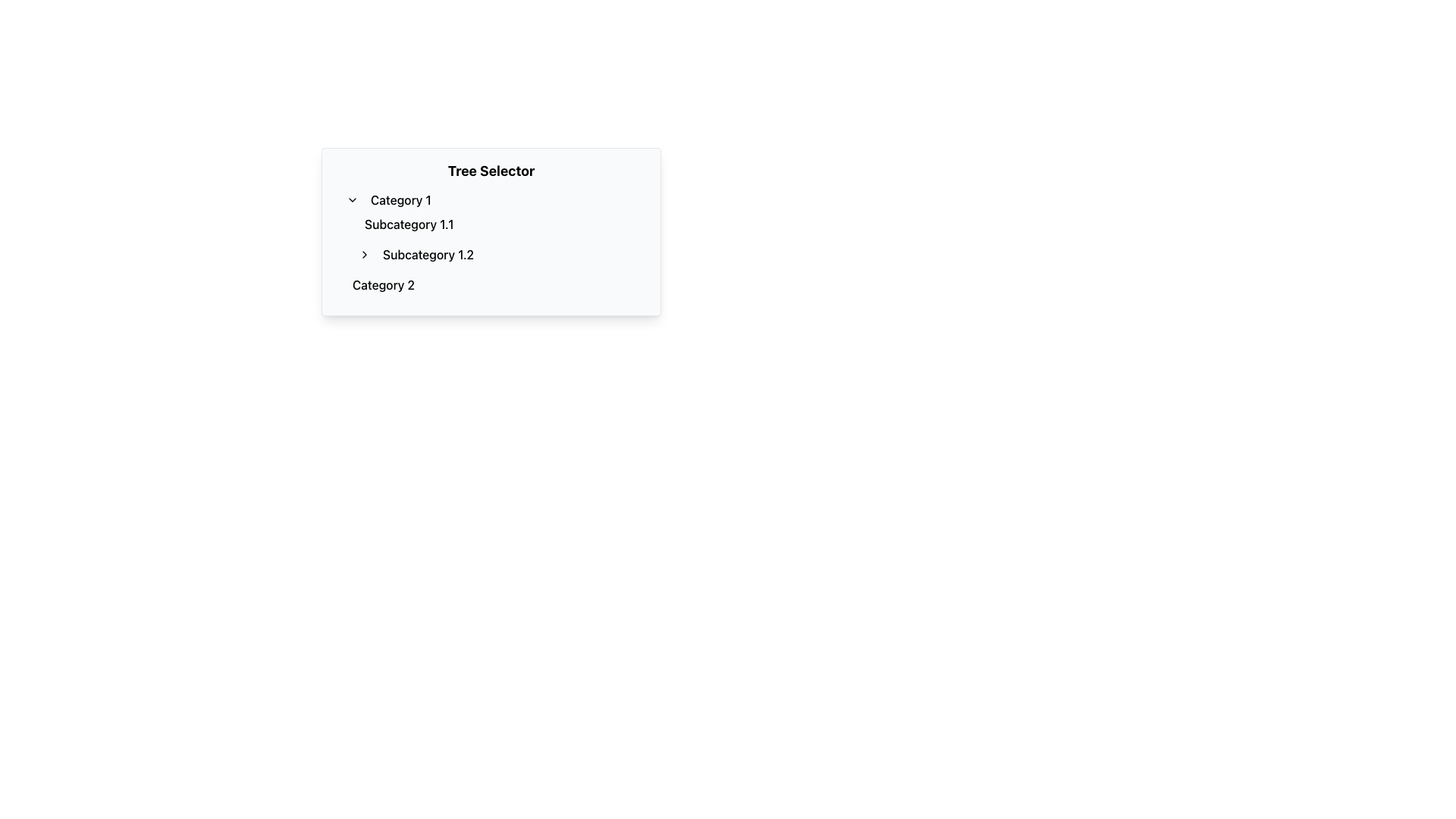  Describe the element at coordinates (428, 253) in the screenshot. I see `the clickable text link for 'Subcategory 1.2' located in the middle of the list layout under 'Tree Selector', positioned below 'Subcategory 1.1'` at that location.